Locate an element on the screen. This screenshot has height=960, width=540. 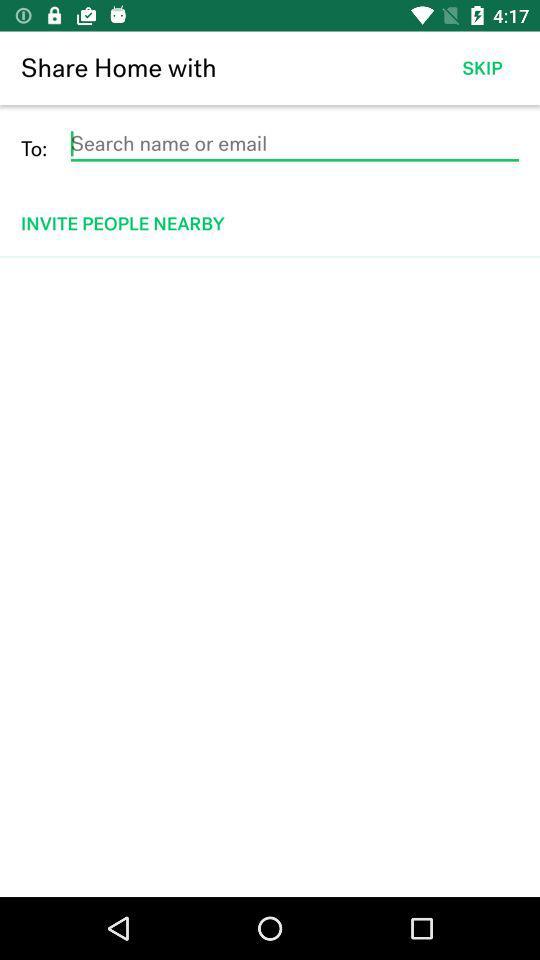
icon to the right of the share home with item is located at coordinates (481, 68).